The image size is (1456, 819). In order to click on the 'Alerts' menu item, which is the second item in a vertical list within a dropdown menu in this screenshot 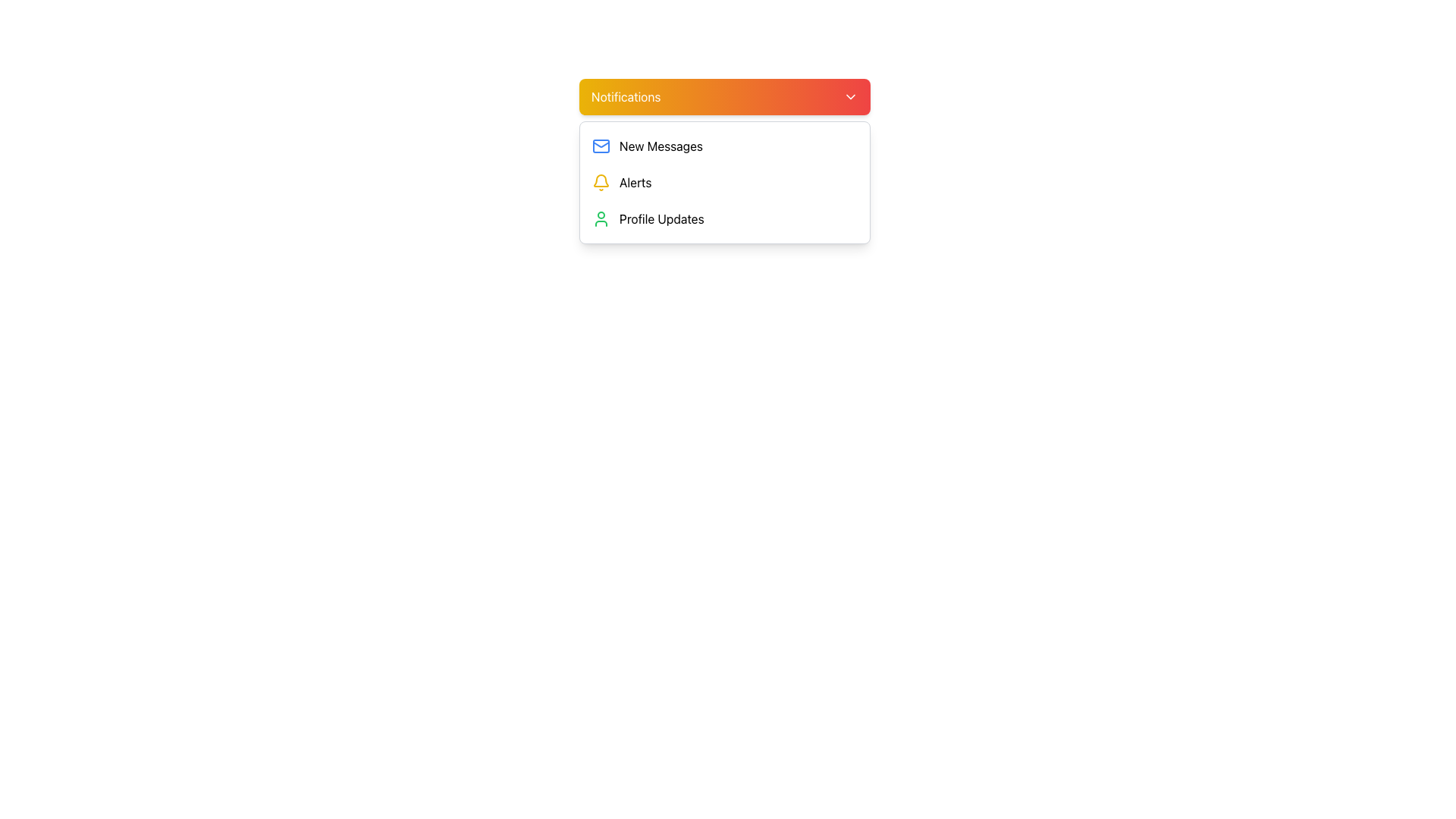, I will do `click(723, 181)`.